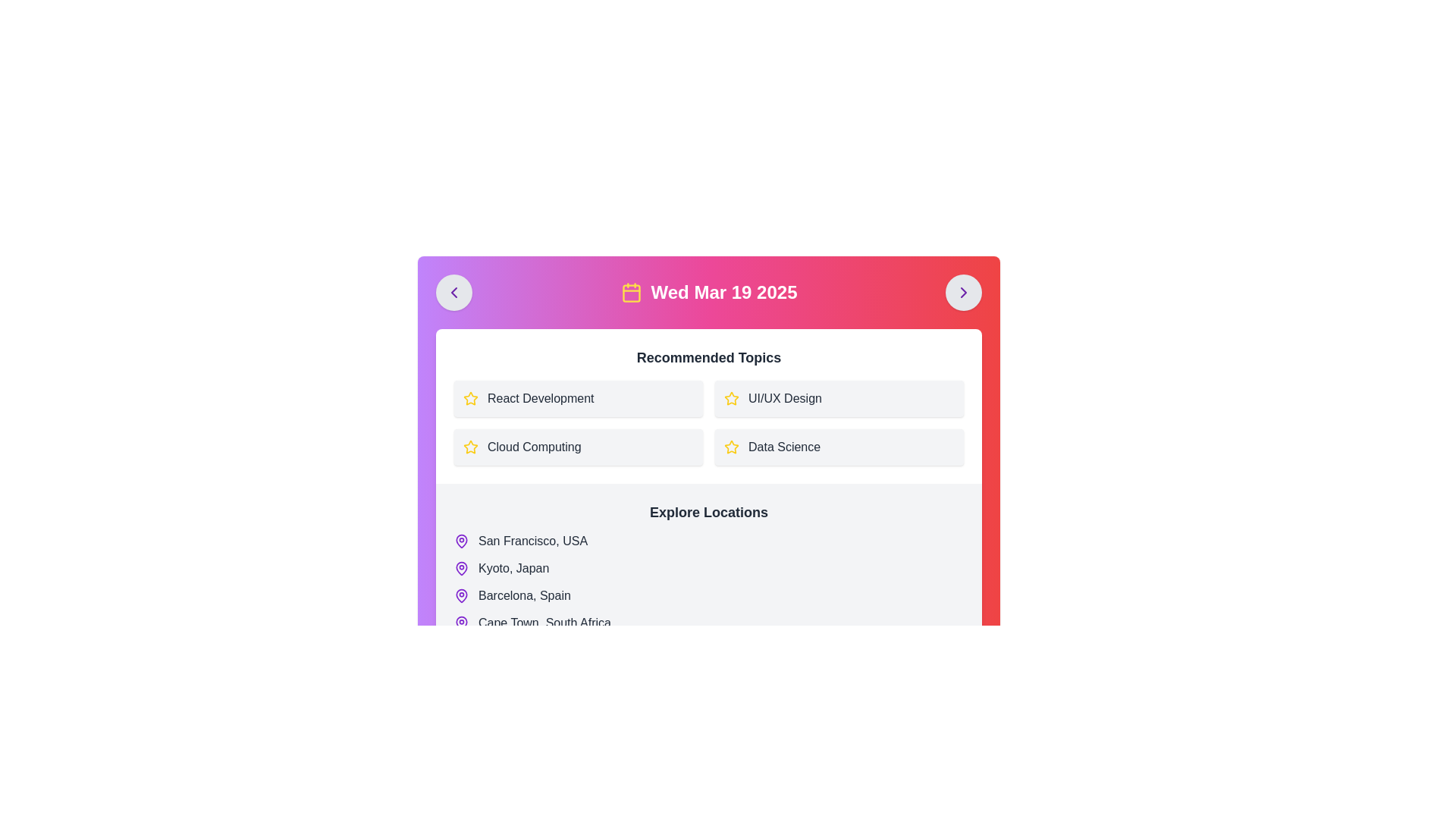  I want to click on the star icon with a yellow outline near the text 'React Development' to mark or unmark it as a favorite, so click(731, 446).